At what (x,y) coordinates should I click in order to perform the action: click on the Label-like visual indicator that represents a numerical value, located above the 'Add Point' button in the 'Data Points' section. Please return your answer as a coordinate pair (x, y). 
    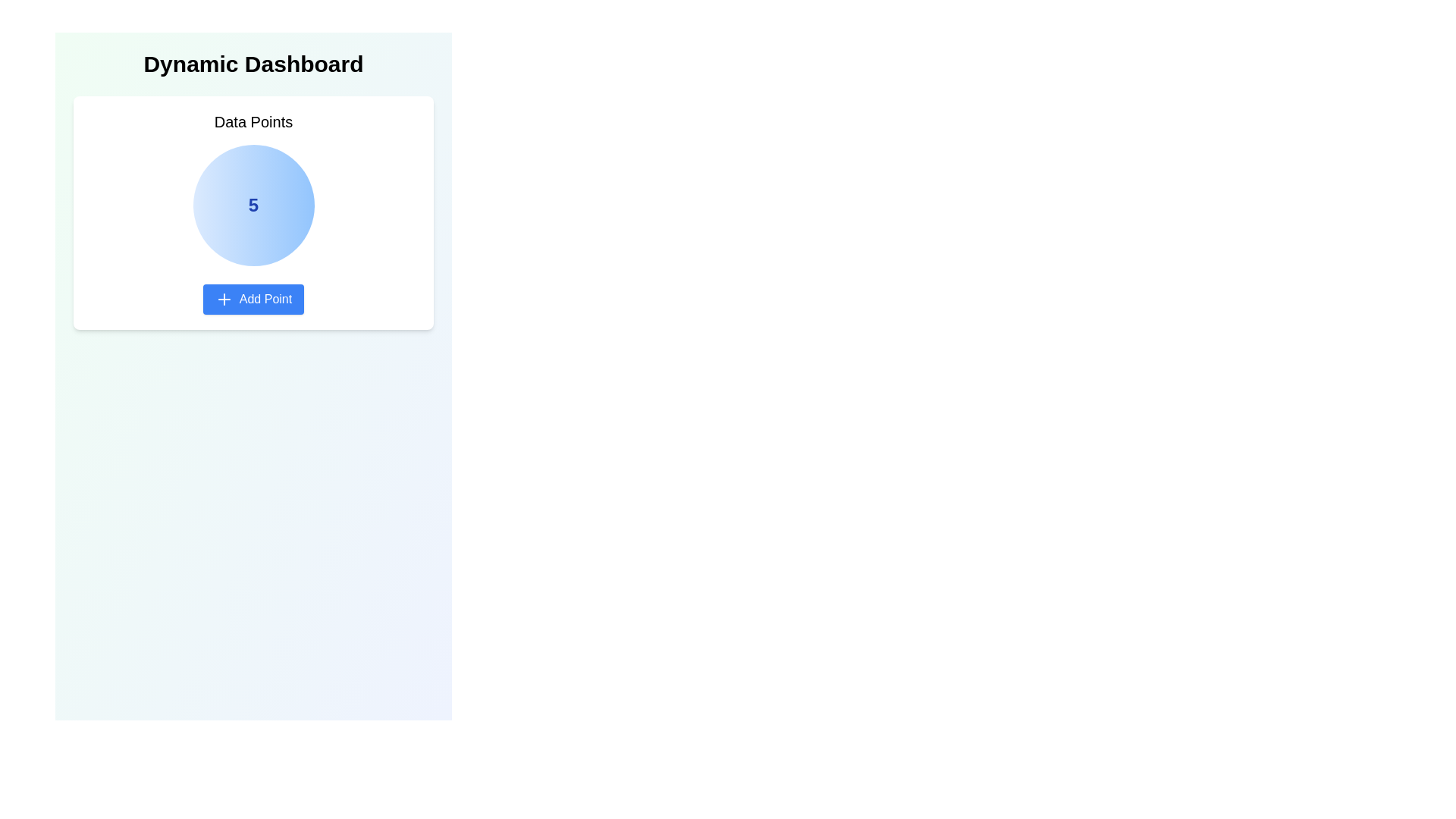
    Looking at the image, I should click on (253, 205).